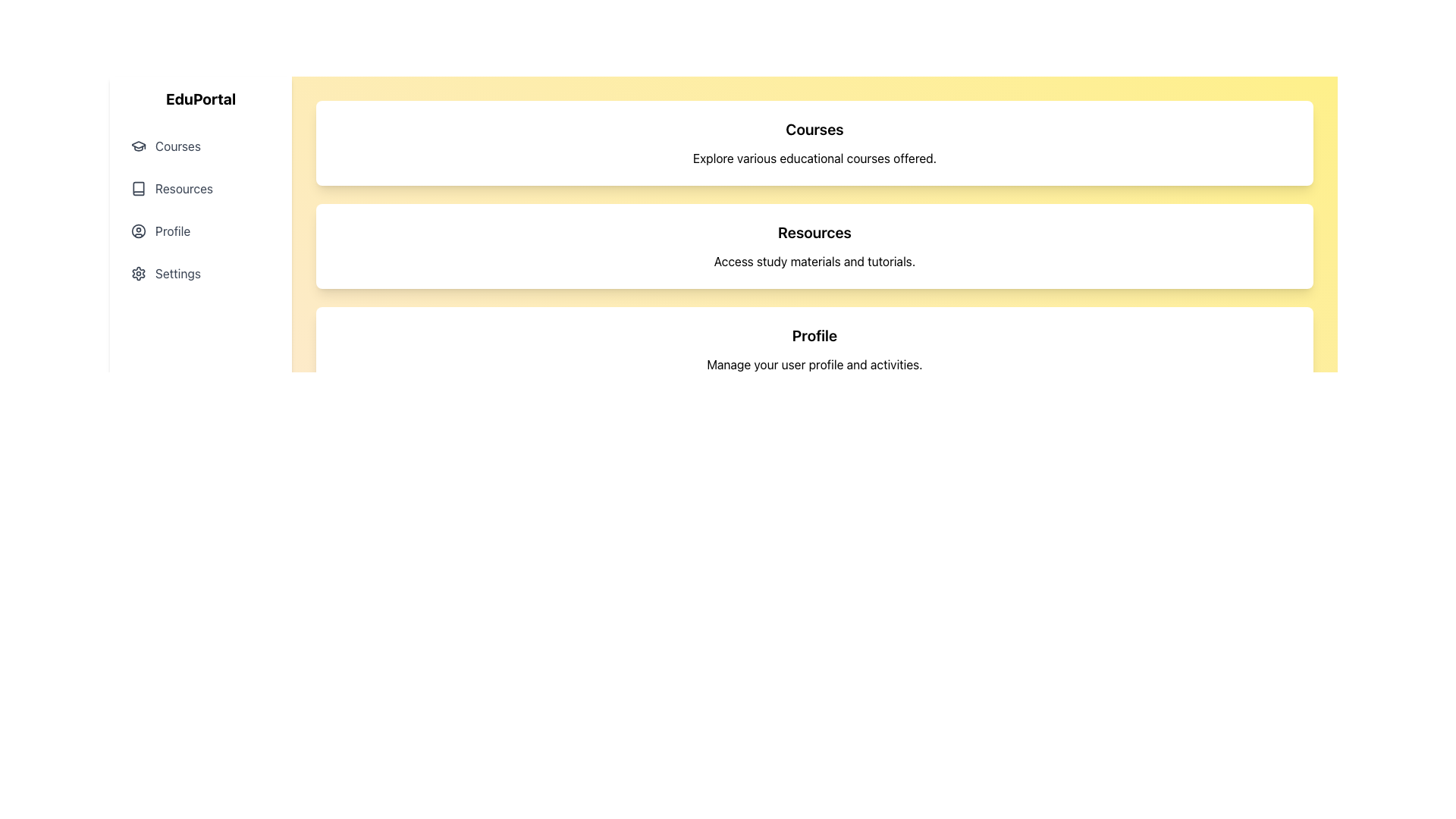 The width and height of the screenshot is (1456, 819). I want to click on the 'Courses' button, which is the first item in the sidebar menu, so click(199, 146).